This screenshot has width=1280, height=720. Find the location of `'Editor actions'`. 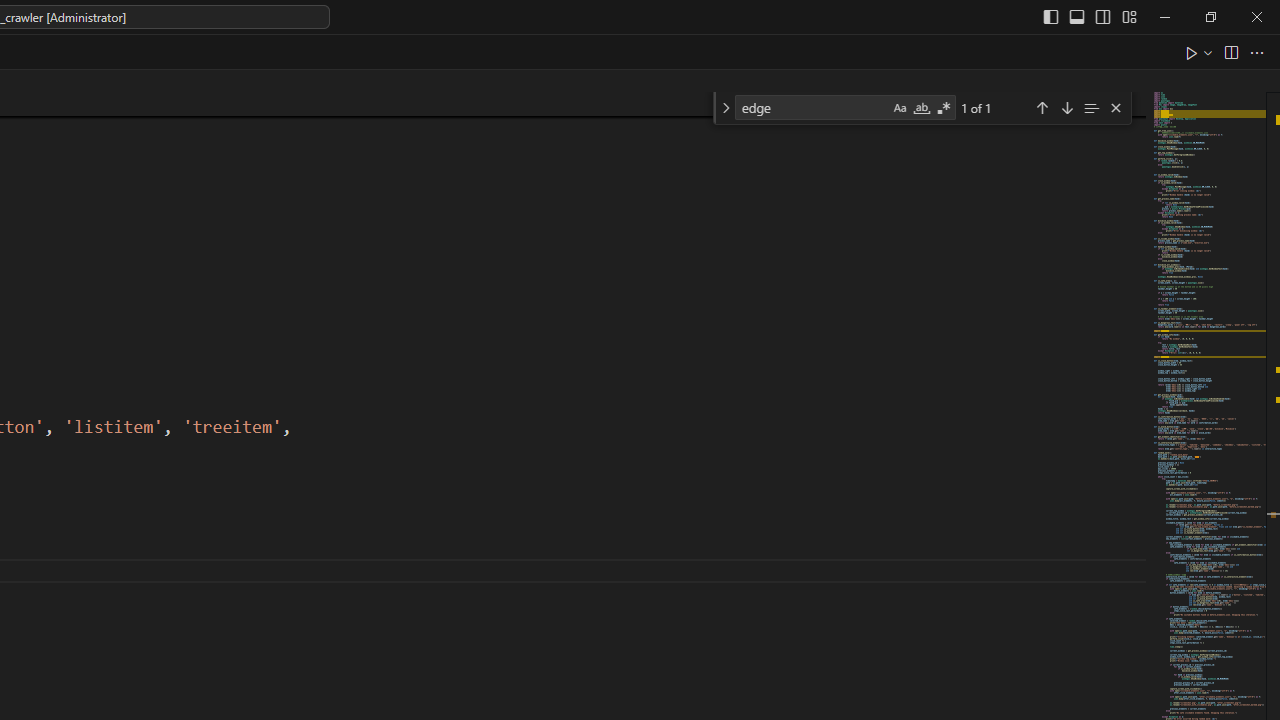

'Editor actions' is located at coordinates (1225, 51).